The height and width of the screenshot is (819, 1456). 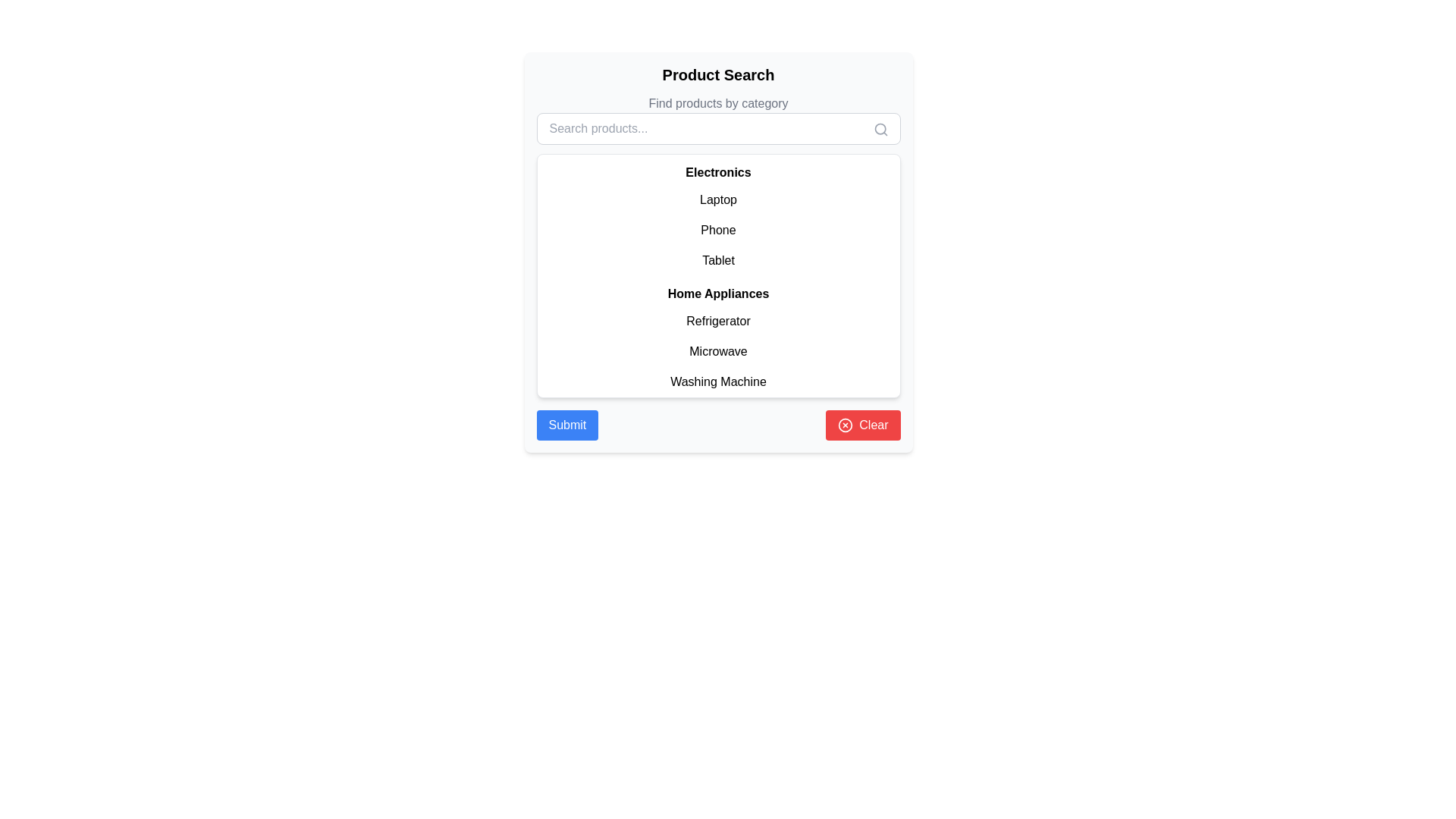 I want to click on the search icon located in the top-right corner of the search input field labeled 'Search products...', which is positioned just below the 'Find products by category' label, so click(x=880, y=128).